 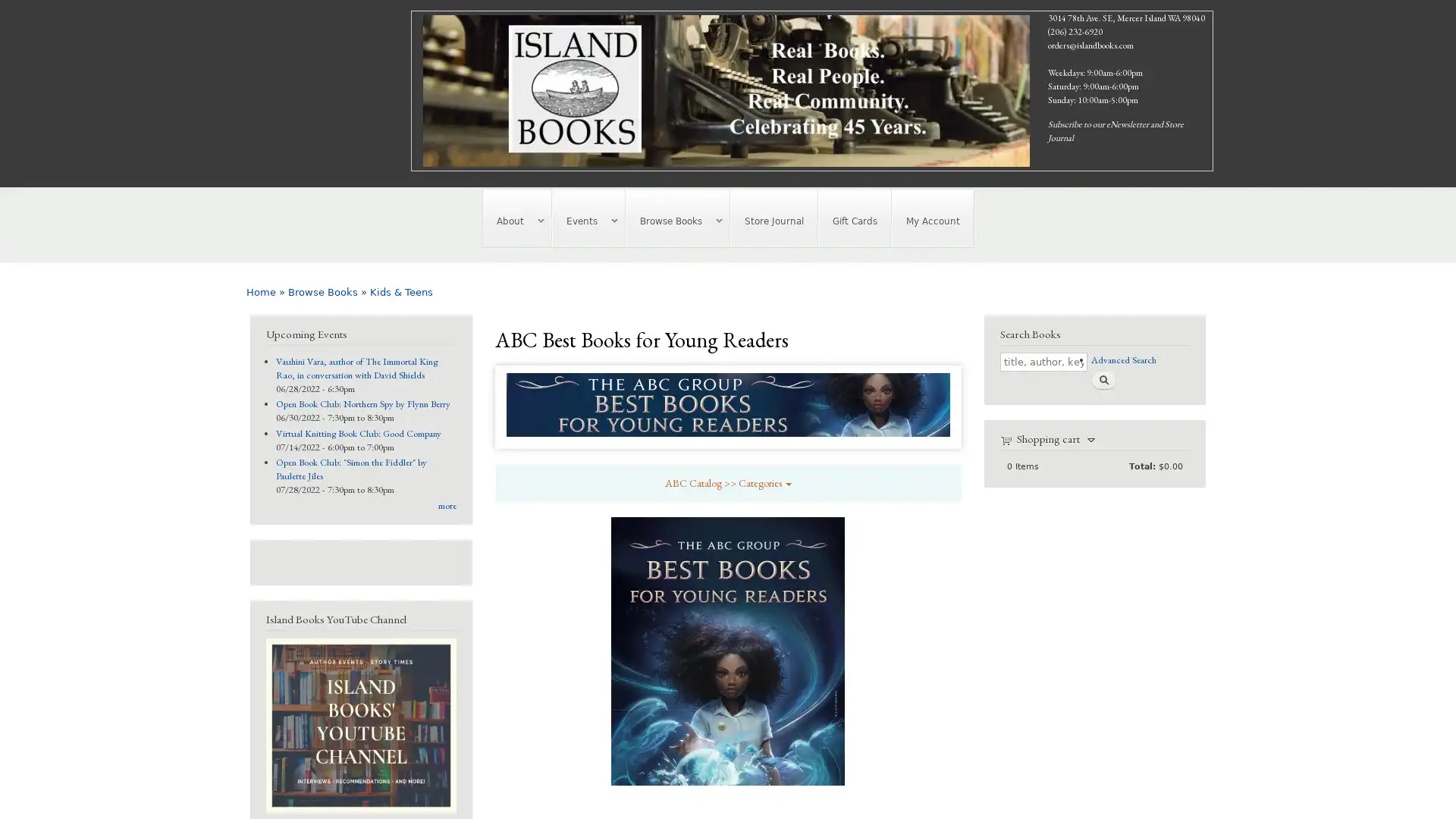 I want to click on Search, so click(x=1103, y=378).